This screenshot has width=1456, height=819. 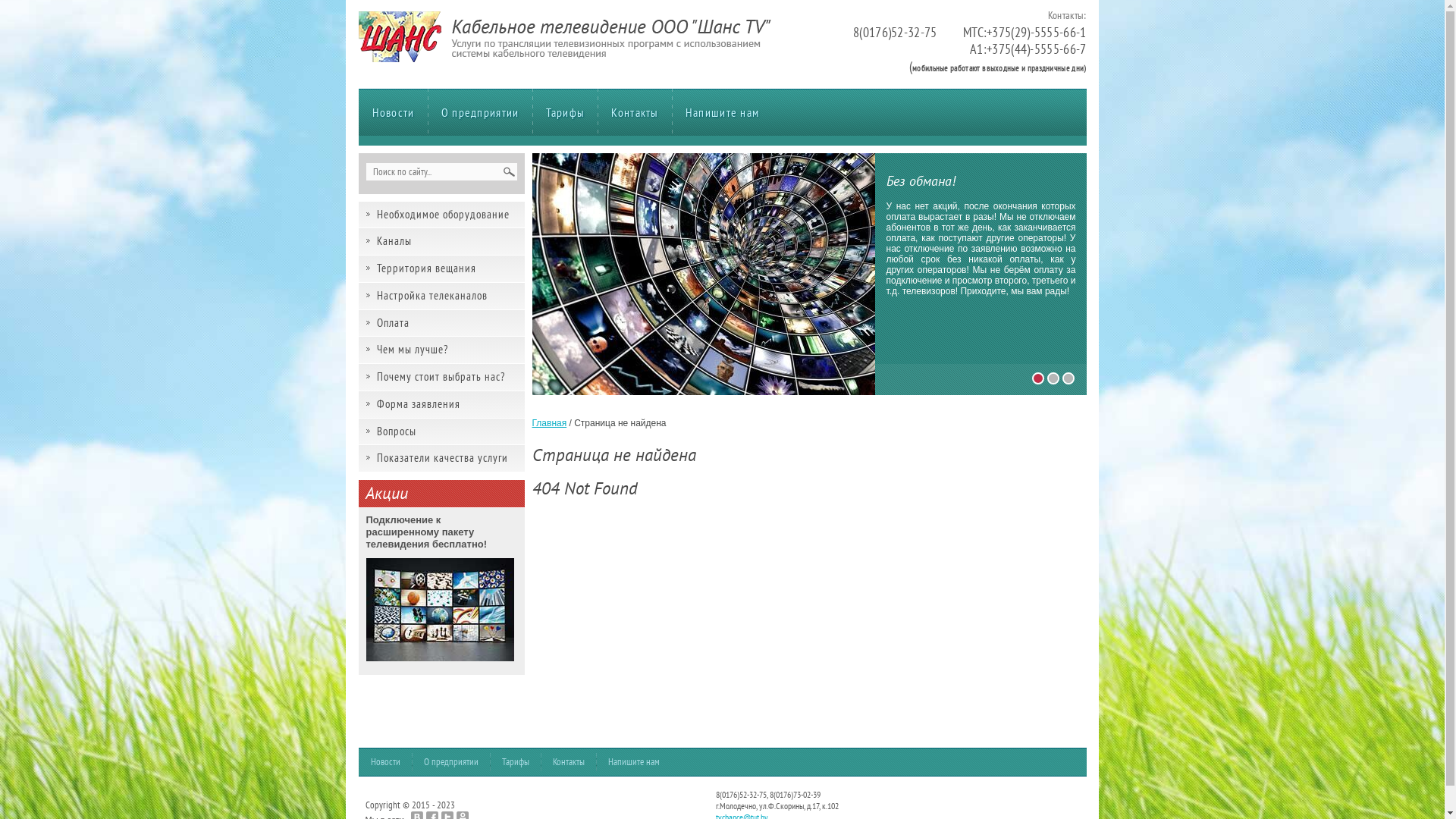 What do you see at coordinates (1037, 377) in the screenshot?
I see `'1'` at bounding box center [1037, 377].